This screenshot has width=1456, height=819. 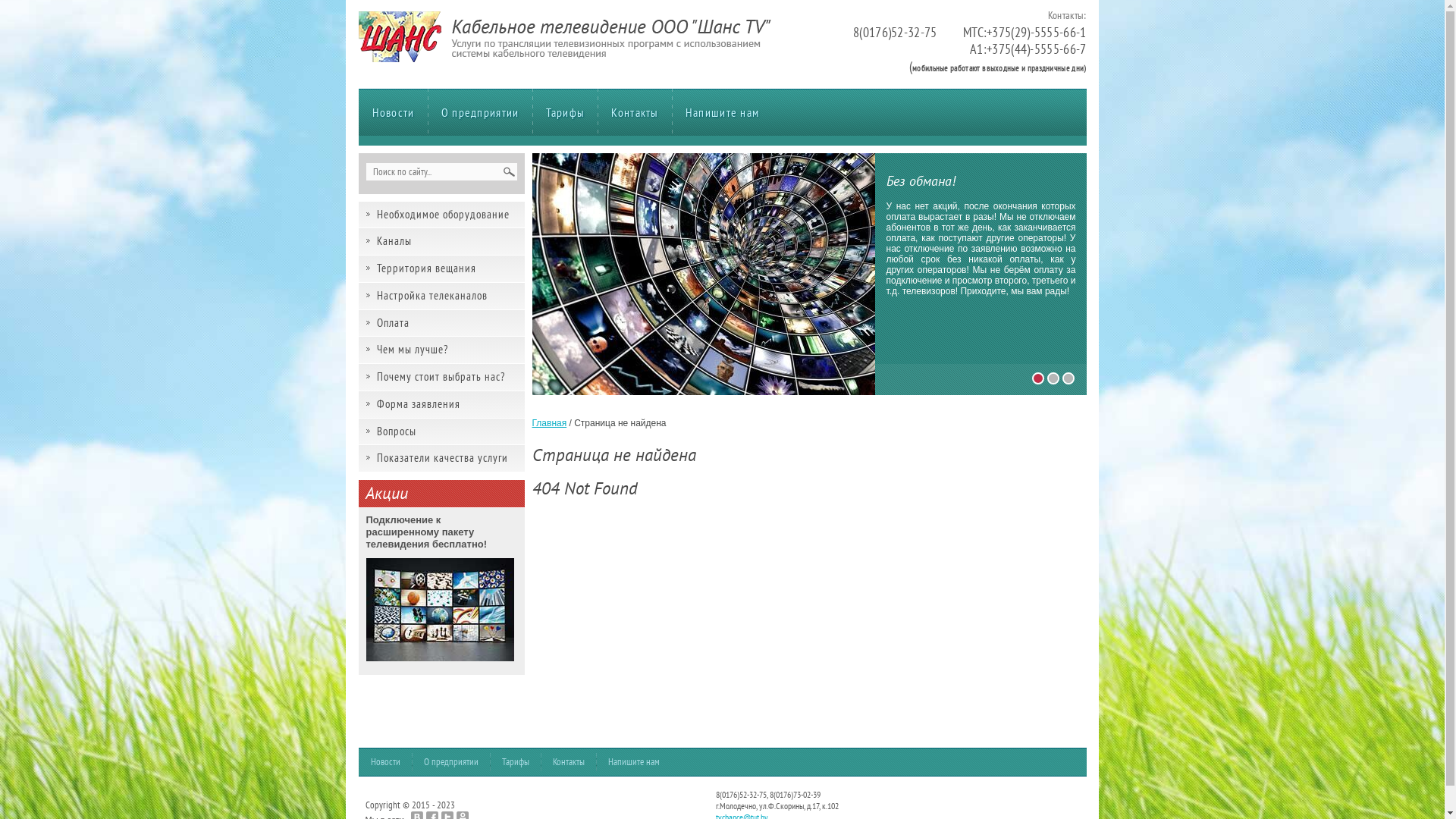 What do you see at coordinates (1037, 377) in the screenshot?
I see `'1'` at bounding box center [1037, 377].